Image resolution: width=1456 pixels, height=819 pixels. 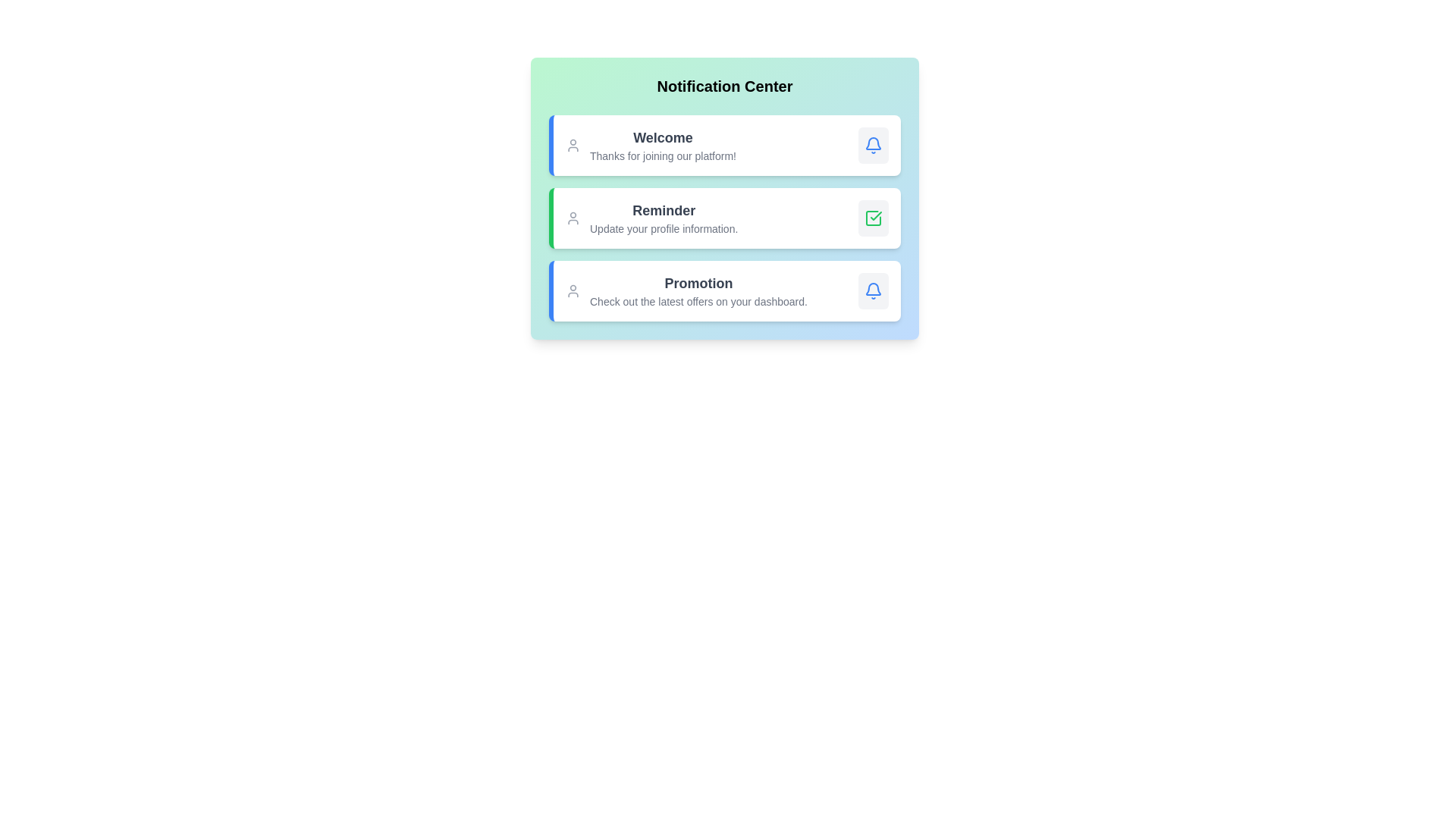 What do you see at coordinates (572, 146) in the screenshot?
I see `the user avatar icon associated with Welcome notification` at bounding box center [572, 146].